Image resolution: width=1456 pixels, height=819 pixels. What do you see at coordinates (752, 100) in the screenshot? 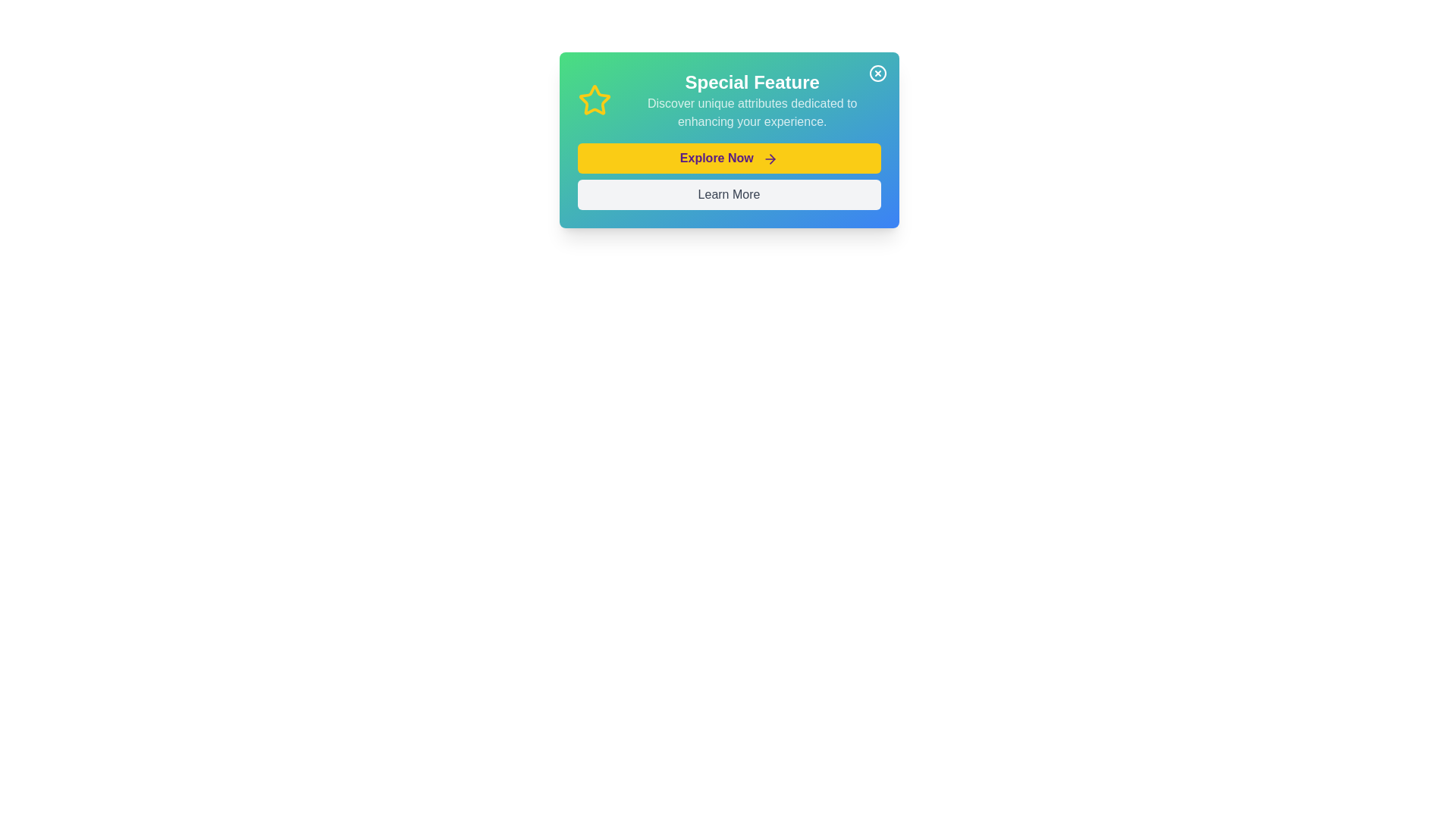
I see `the Text block that serves as an informational header for the feature highlighted within the card, located to the right of a yellow star icon and above two buttons labeled 'Explore Now' and 'Learn More'` at bounding box center [752, 100].